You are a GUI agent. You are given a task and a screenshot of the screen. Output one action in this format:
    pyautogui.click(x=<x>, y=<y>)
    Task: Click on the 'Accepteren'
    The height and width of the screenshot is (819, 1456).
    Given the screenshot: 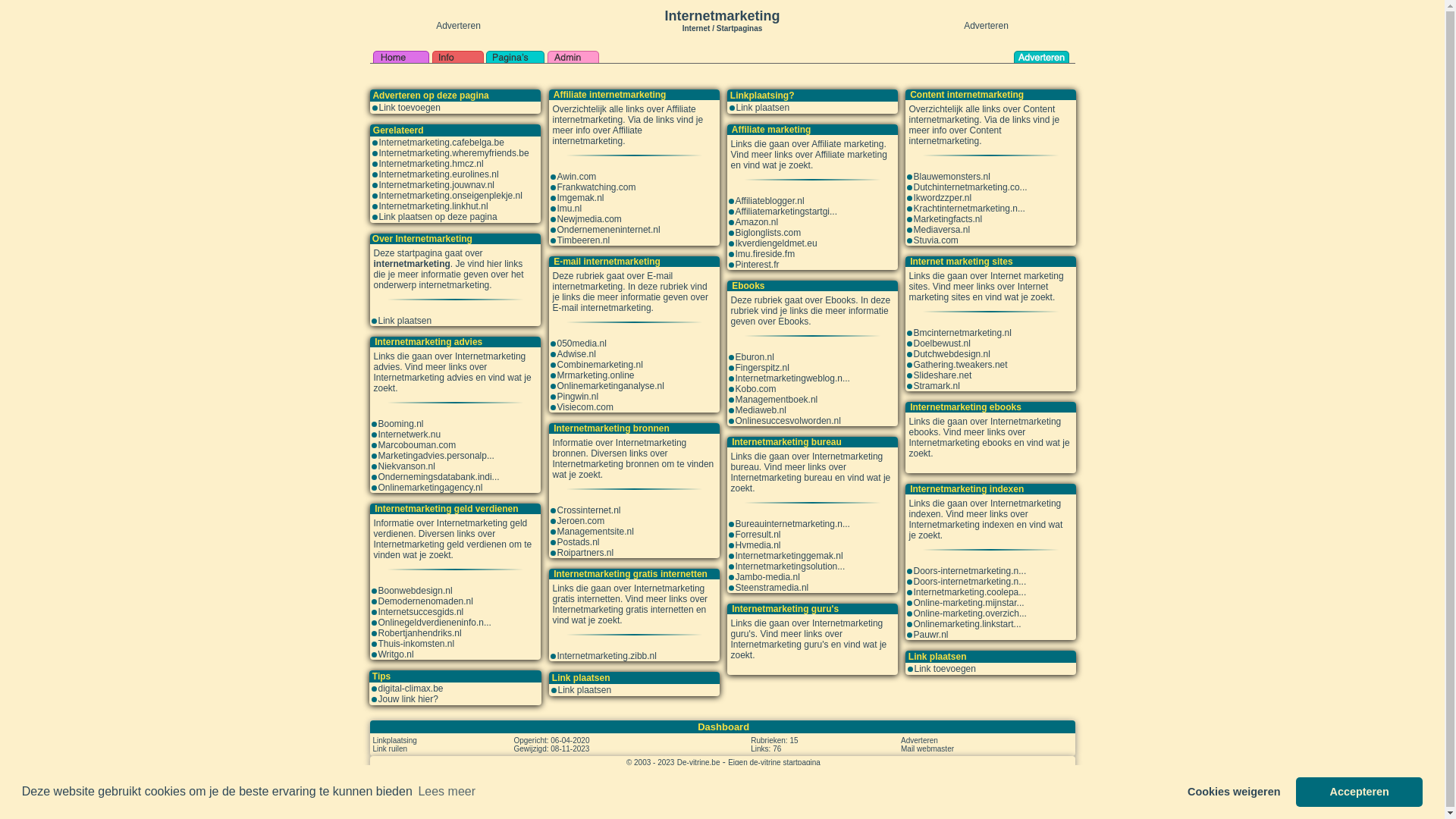 What is the action you would take?
    pyautogui.click(x=1294, y=791)
    